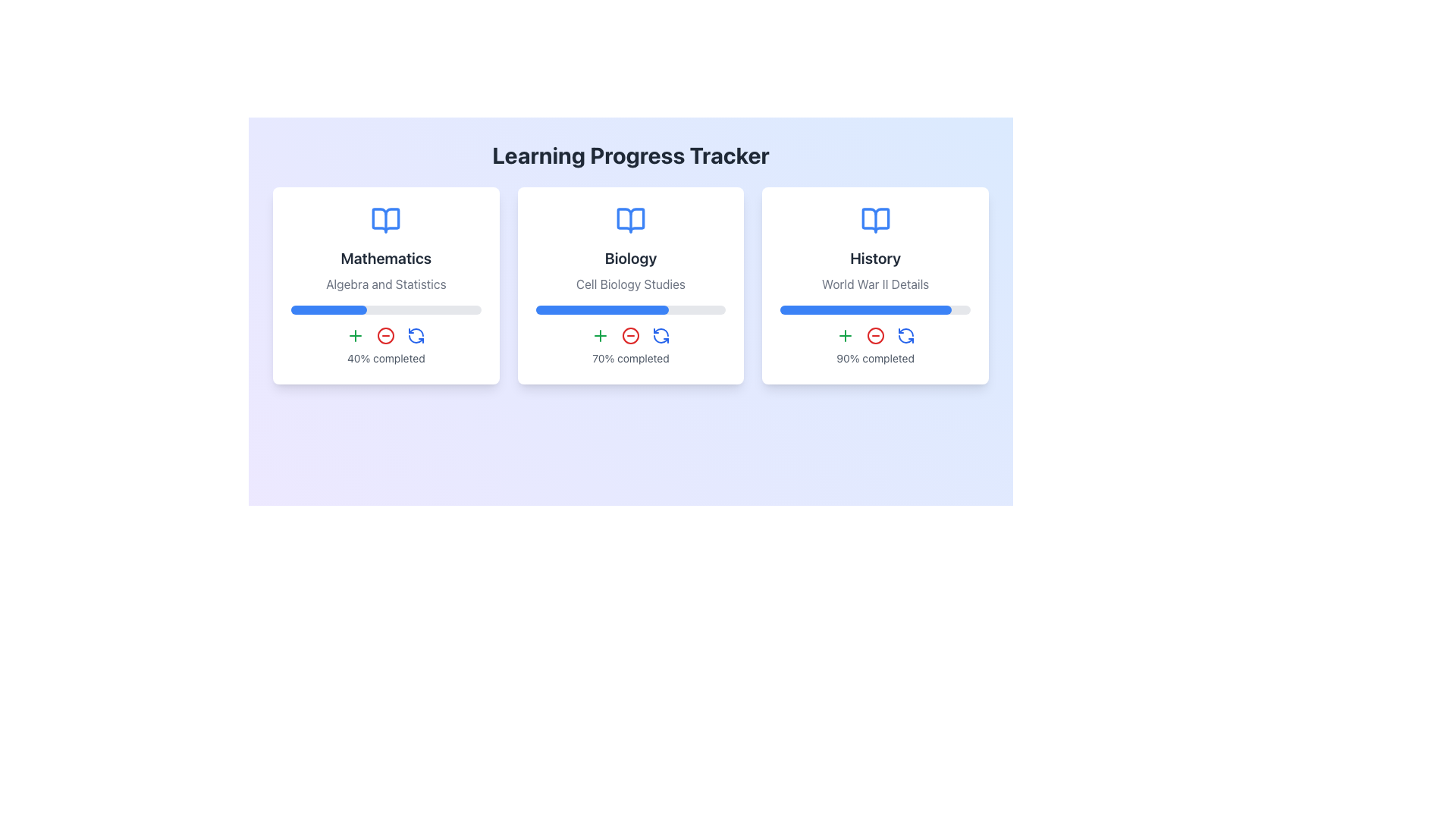  I want to click on the green outline plus icon button, which is the first in a row of three icons located under the progress bar and aligned with the 'Mathematics' card, so click(844, 335).